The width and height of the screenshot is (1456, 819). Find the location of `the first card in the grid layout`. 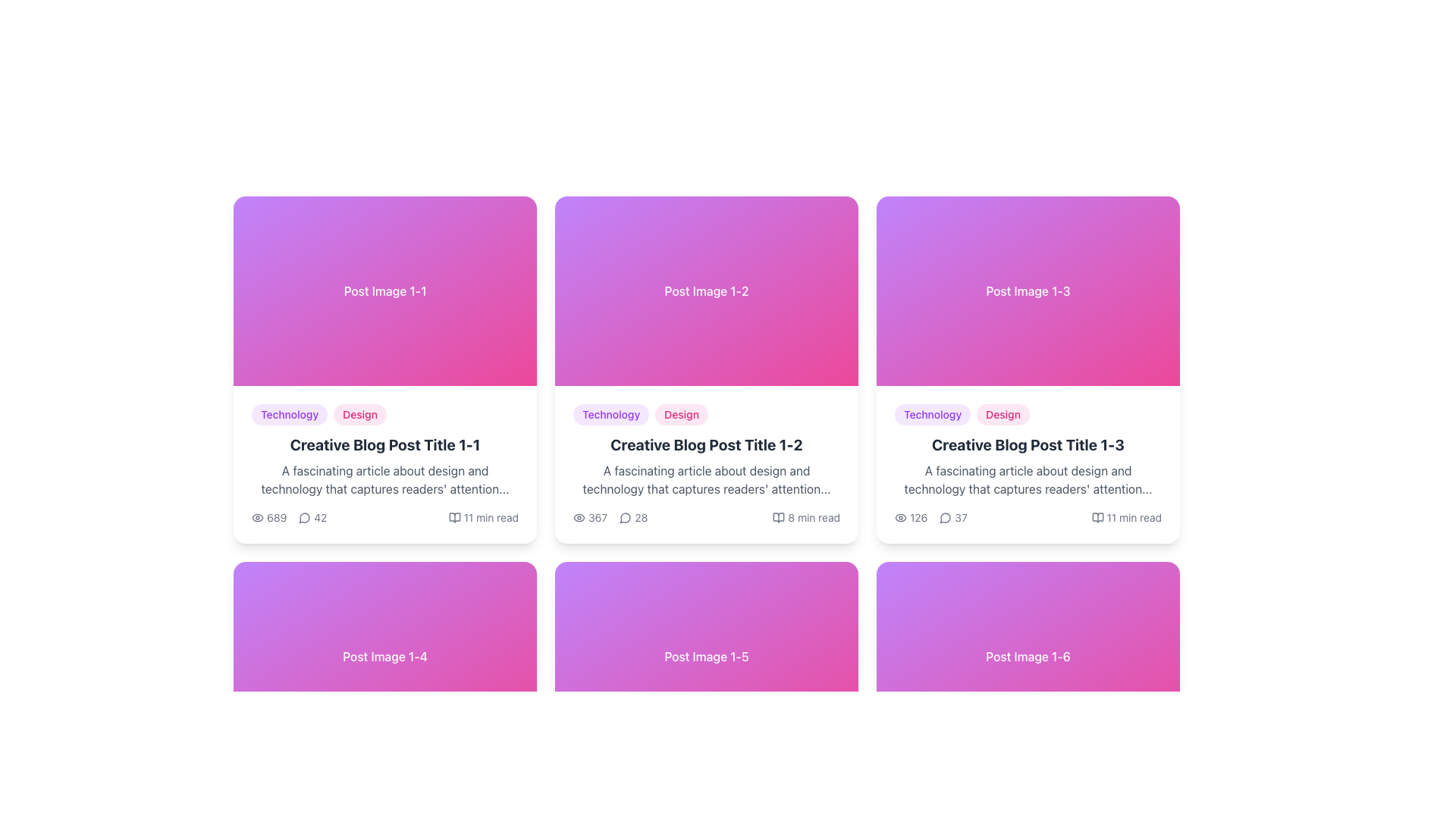

the first card in the grid layout is located at coordinates (385, 370).